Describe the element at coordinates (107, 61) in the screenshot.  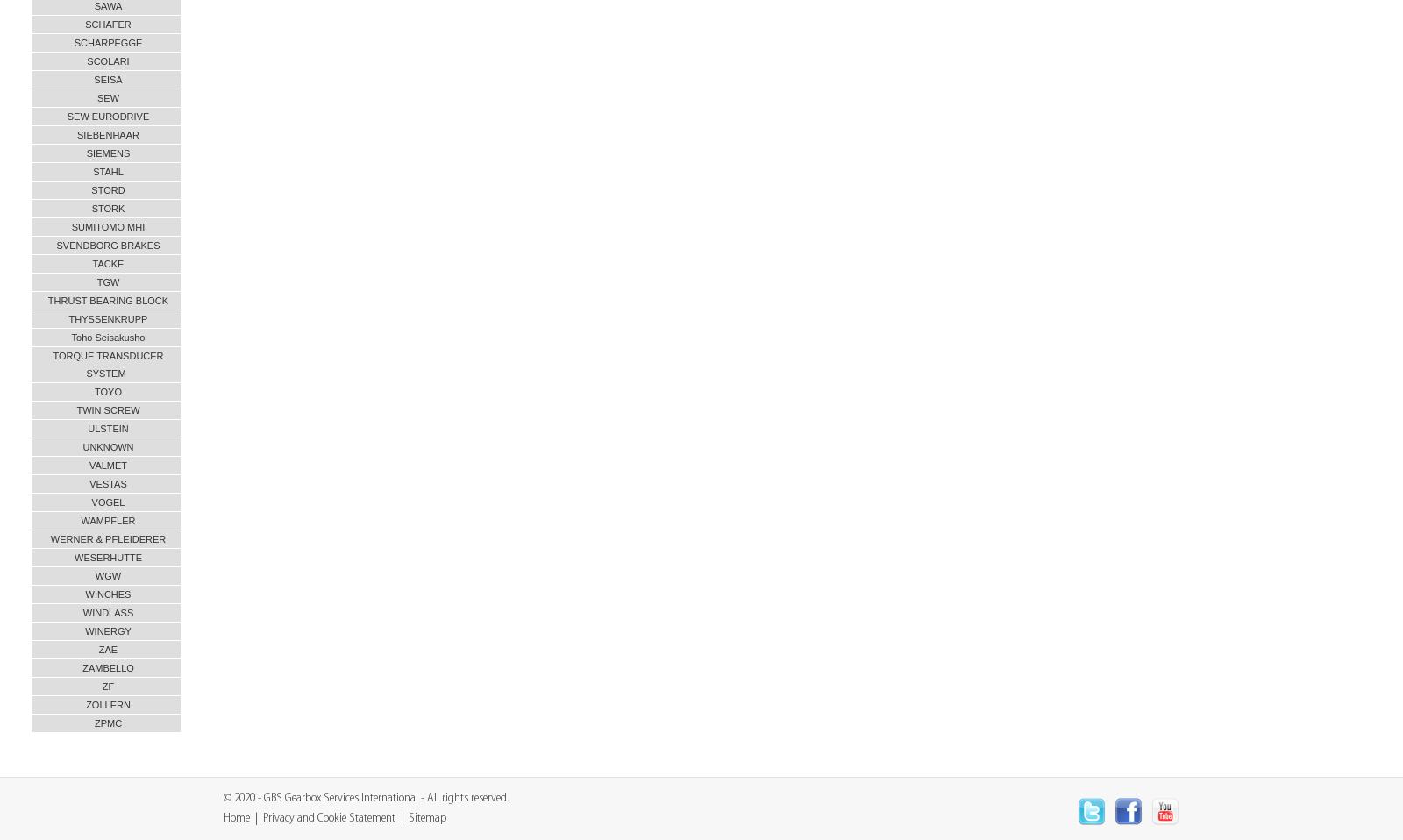
I see `'SCOLARI'` at that location.